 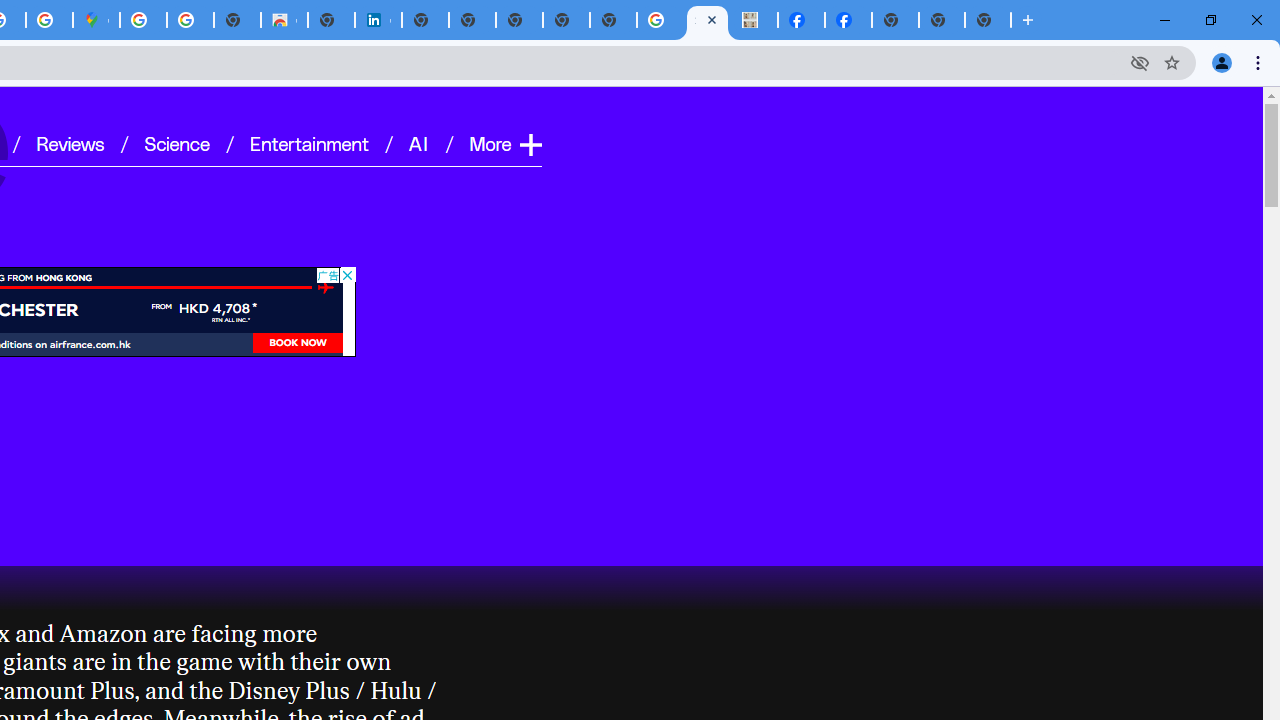 What do you see at coordinates (848, 20) in the screenshot?
I see `'Miley Cyrus | Facebook'` at bounding box center [848, 20].